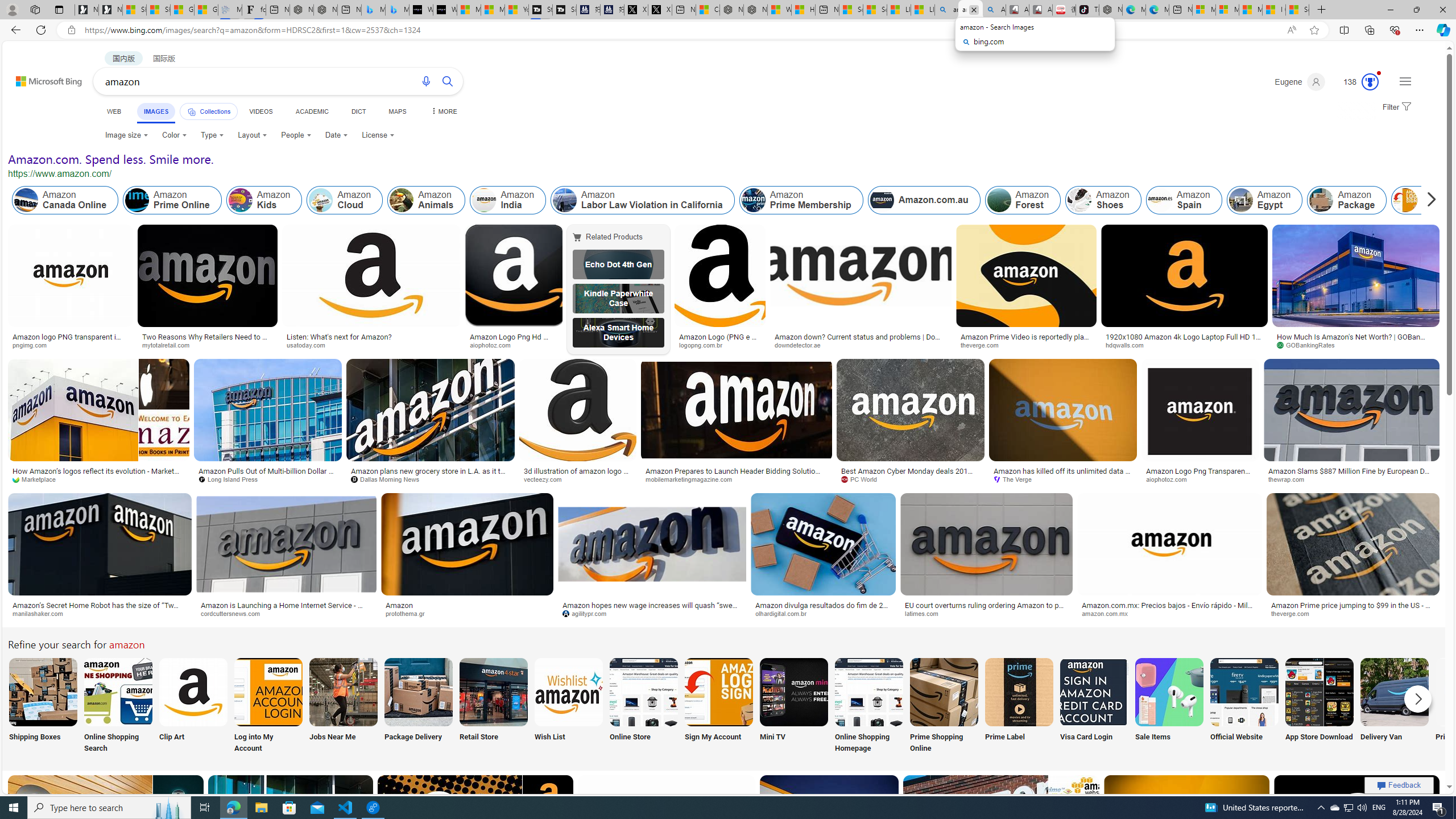 The height and width of the screenshot is (819, 1456). What do you see at coordinates (260, 111) in the screenshot?
I see `'VIDEOS'` at bounding box center [260, 111].